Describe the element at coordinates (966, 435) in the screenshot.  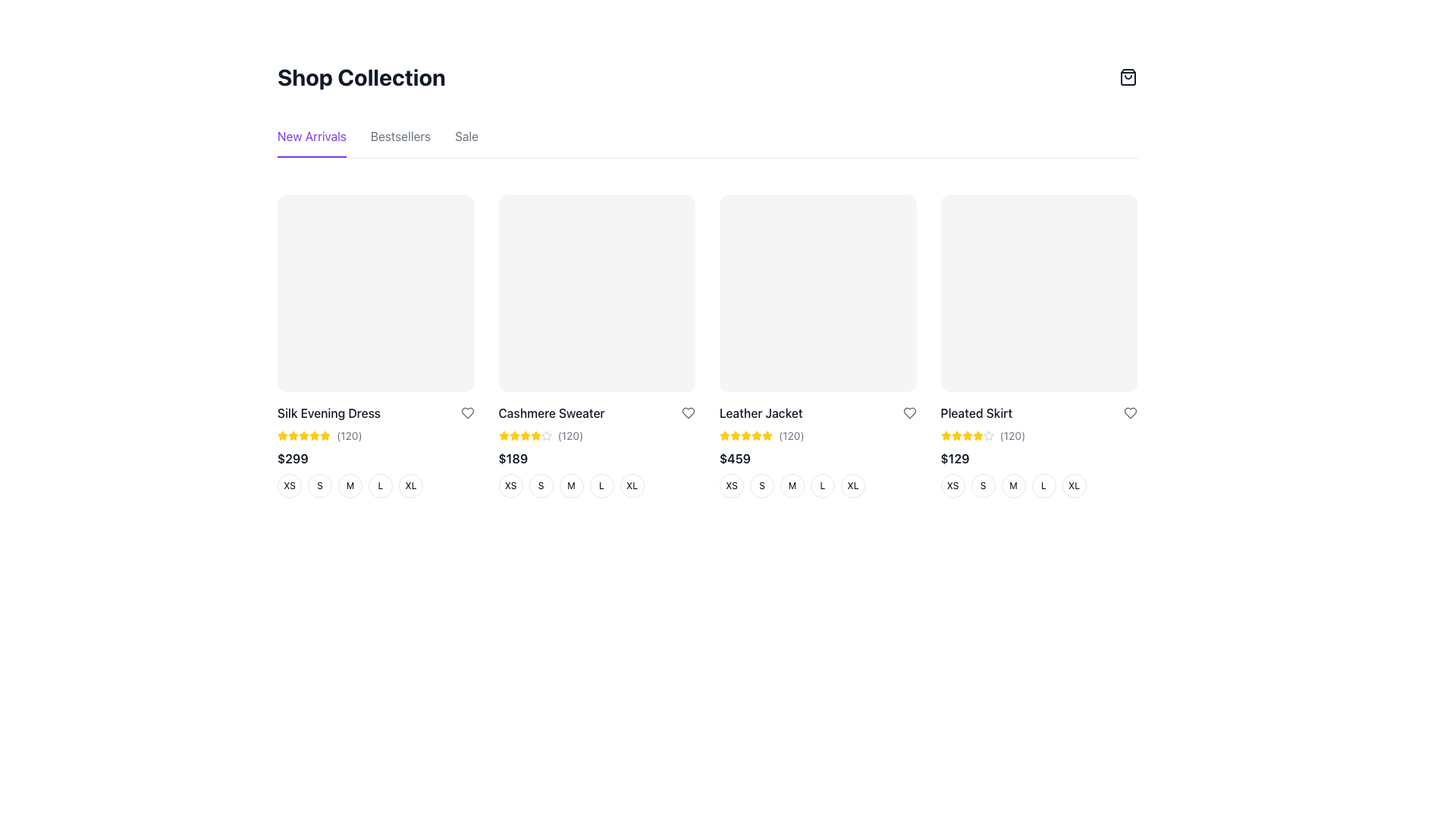
I see `the fourth star icon in the five-star rating system located below the 'Pleated Skirt' product card to interact with the rating` at that location.